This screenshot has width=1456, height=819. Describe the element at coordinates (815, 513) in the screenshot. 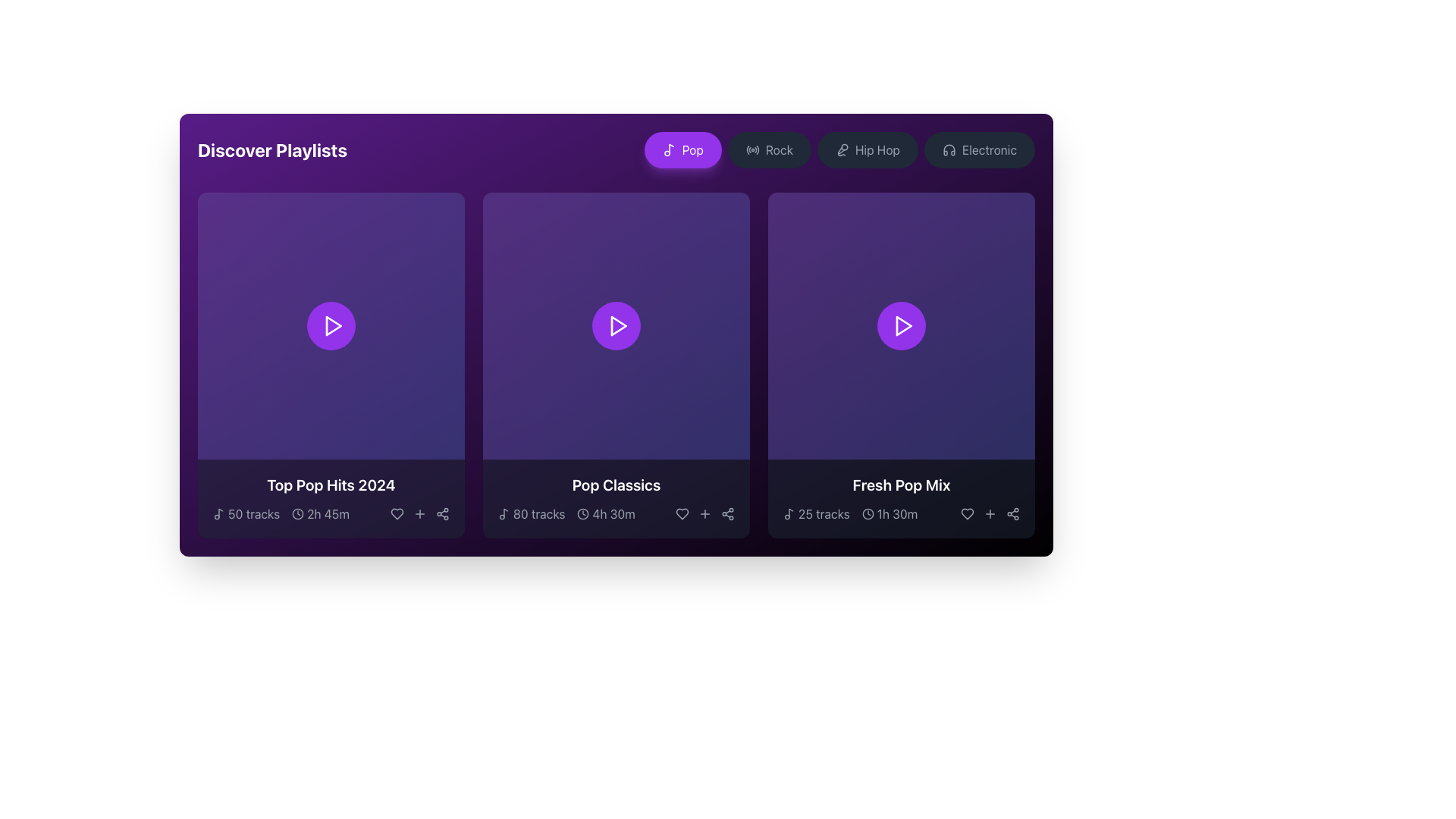

I see `text display showing the number of tracks in the playlist associated with the 'Fresh Pop Mix' card, which is located at the bottom left corner of the card` at that location.